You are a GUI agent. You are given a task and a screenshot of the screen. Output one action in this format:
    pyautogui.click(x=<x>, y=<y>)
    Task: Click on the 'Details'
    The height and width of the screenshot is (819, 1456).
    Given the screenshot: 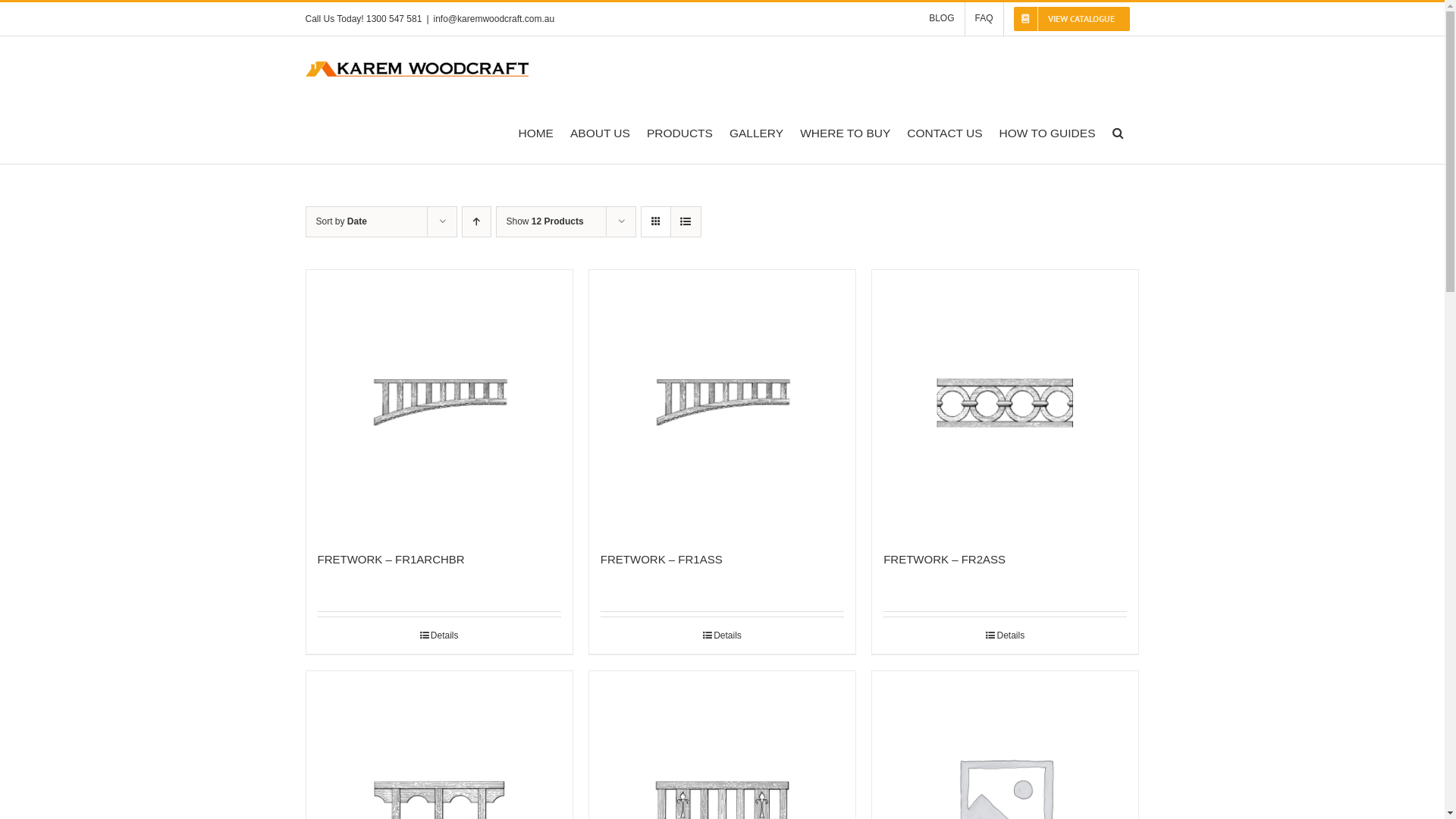 What is the action you would take?
    pyautogui.click(x=1005, y=635)
    